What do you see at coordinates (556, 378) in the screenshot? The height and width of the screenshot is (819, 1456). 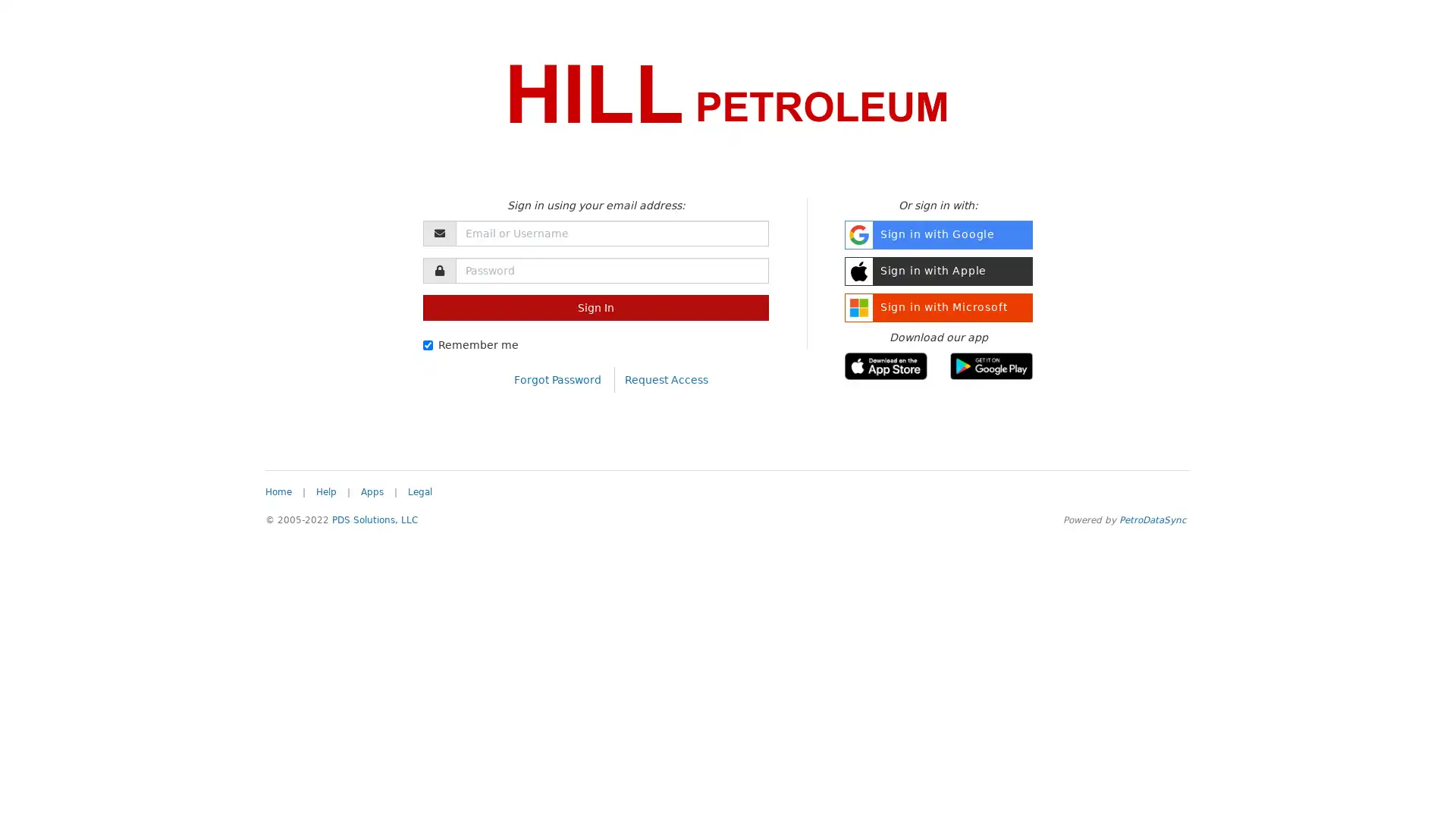 I see `Forgot Password` at bounding box center [556, 378].